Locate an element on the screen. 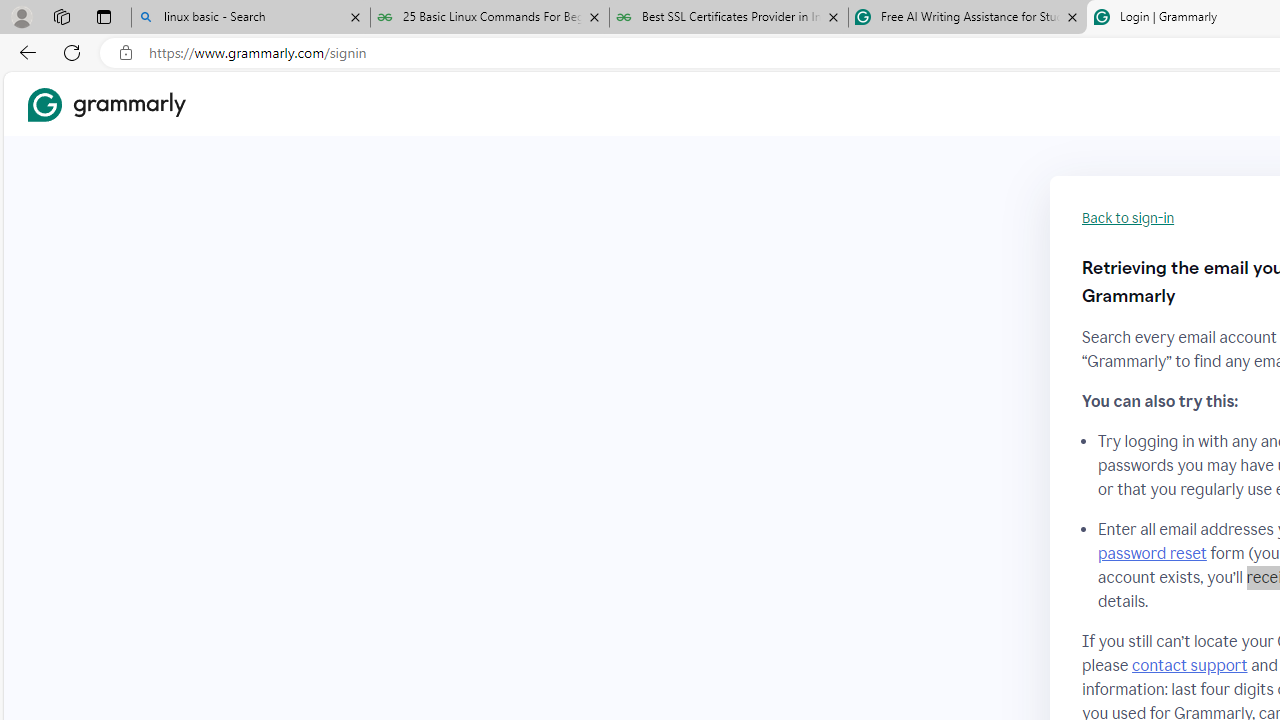 This screenshot has height=720, width=1280. 'password reset' is located at coordinates (1152, 554).